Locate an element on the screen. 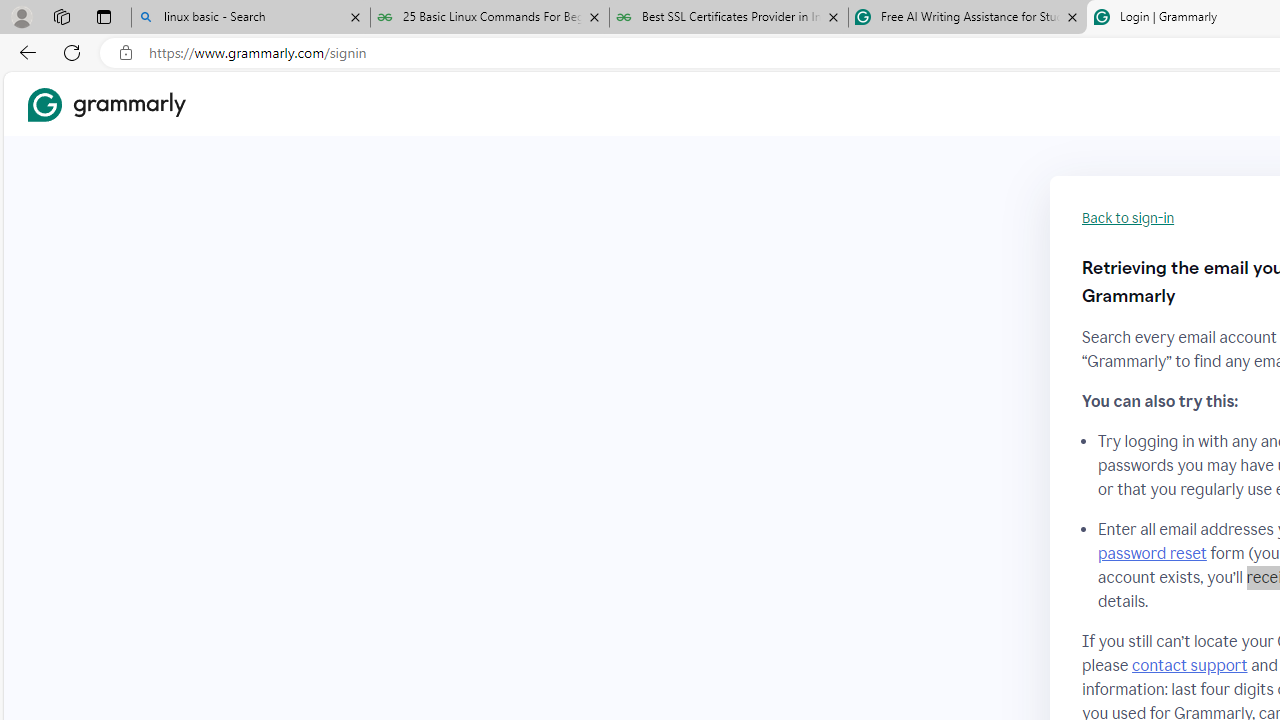 This screenshot has height=720, width=1280. 'password reset' is located at coordinates (1152, 554).